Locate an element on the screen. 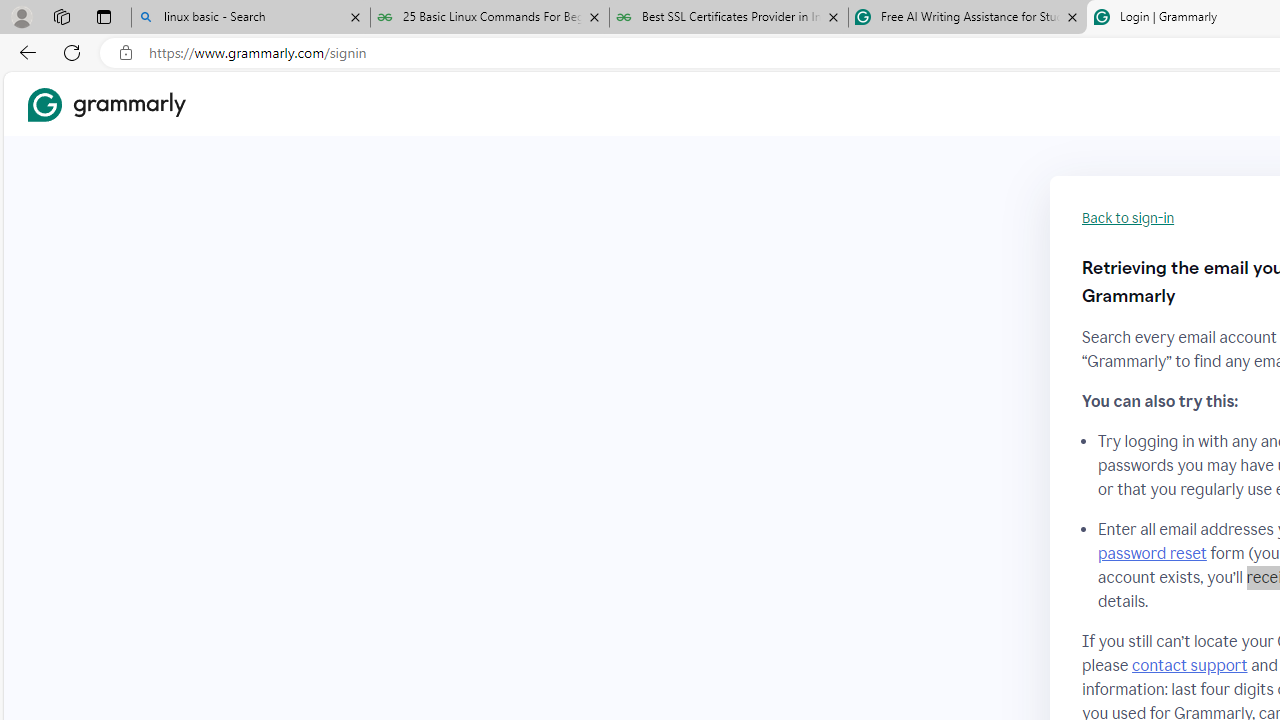 This screenshot has height=720, width=1280. 'password reset' is located at coordinates (1152, 554).